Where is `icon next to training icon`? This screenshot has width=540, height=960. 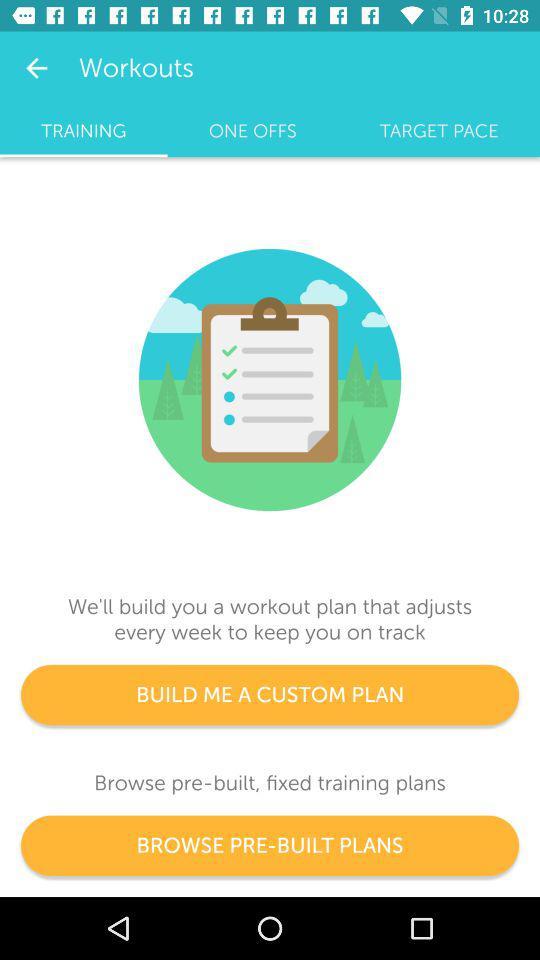
icon next to training icon is located at coordinates (252, 130).